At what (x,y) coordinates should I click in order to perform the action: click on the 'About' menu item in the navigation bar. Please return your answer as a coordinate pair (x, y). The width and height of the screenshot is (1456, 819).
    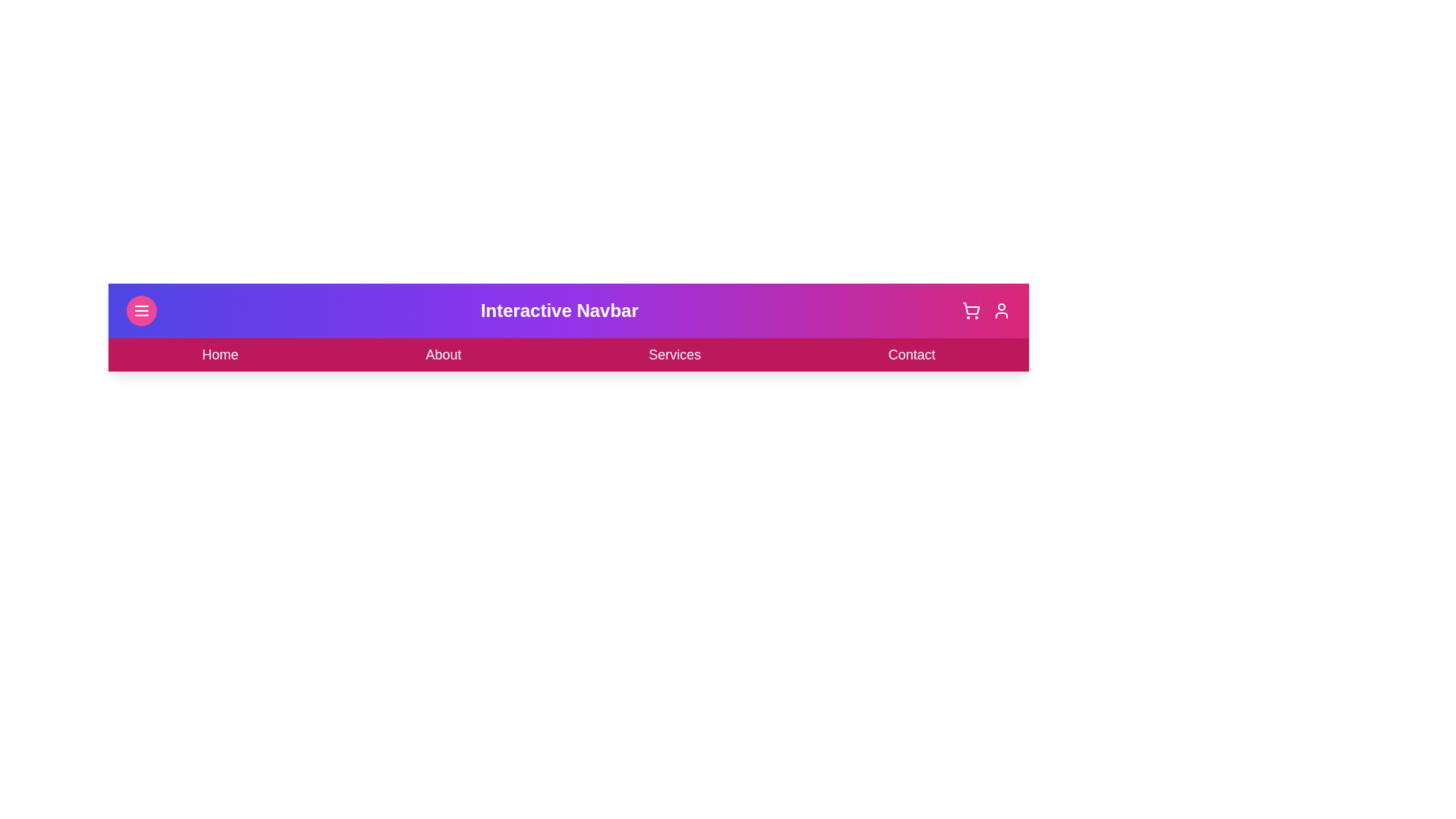
    Looking at the image, I should click on (442, 354).